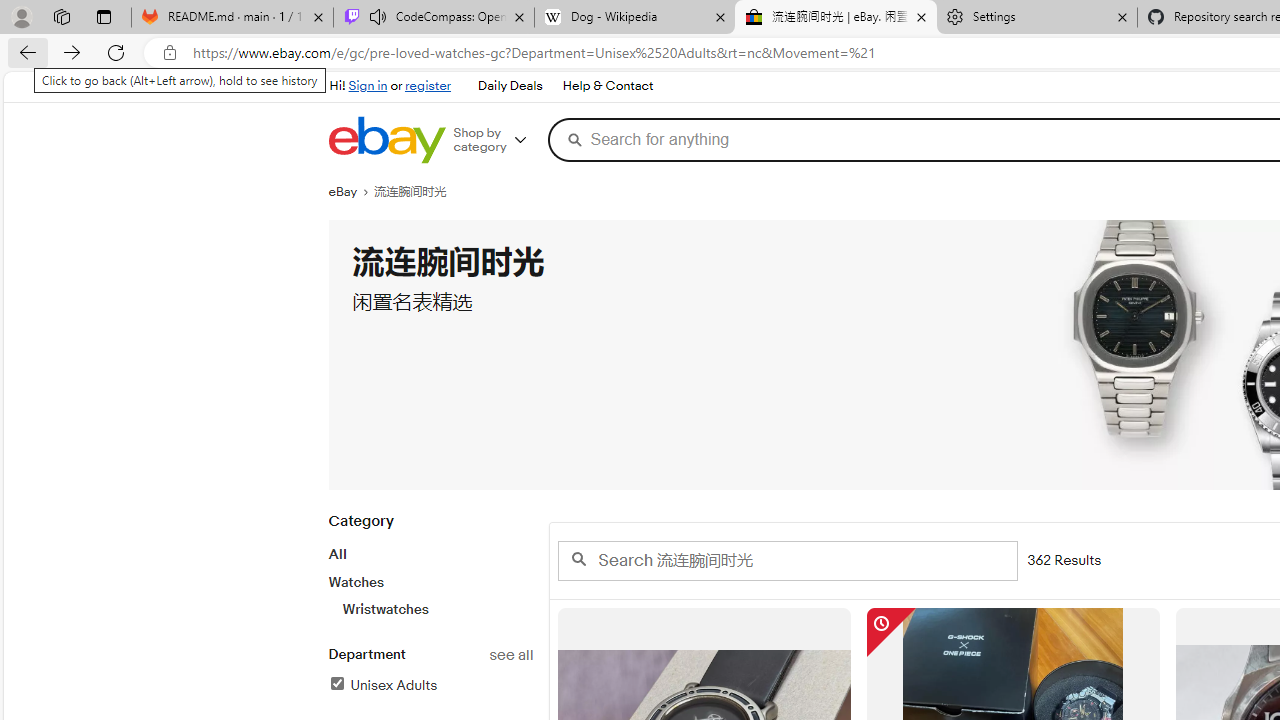 This screenshot has width=1280, height=720. Describe the element at coordinates (386, 139) in the screenshot. I see `'eBay Home'` at that location.